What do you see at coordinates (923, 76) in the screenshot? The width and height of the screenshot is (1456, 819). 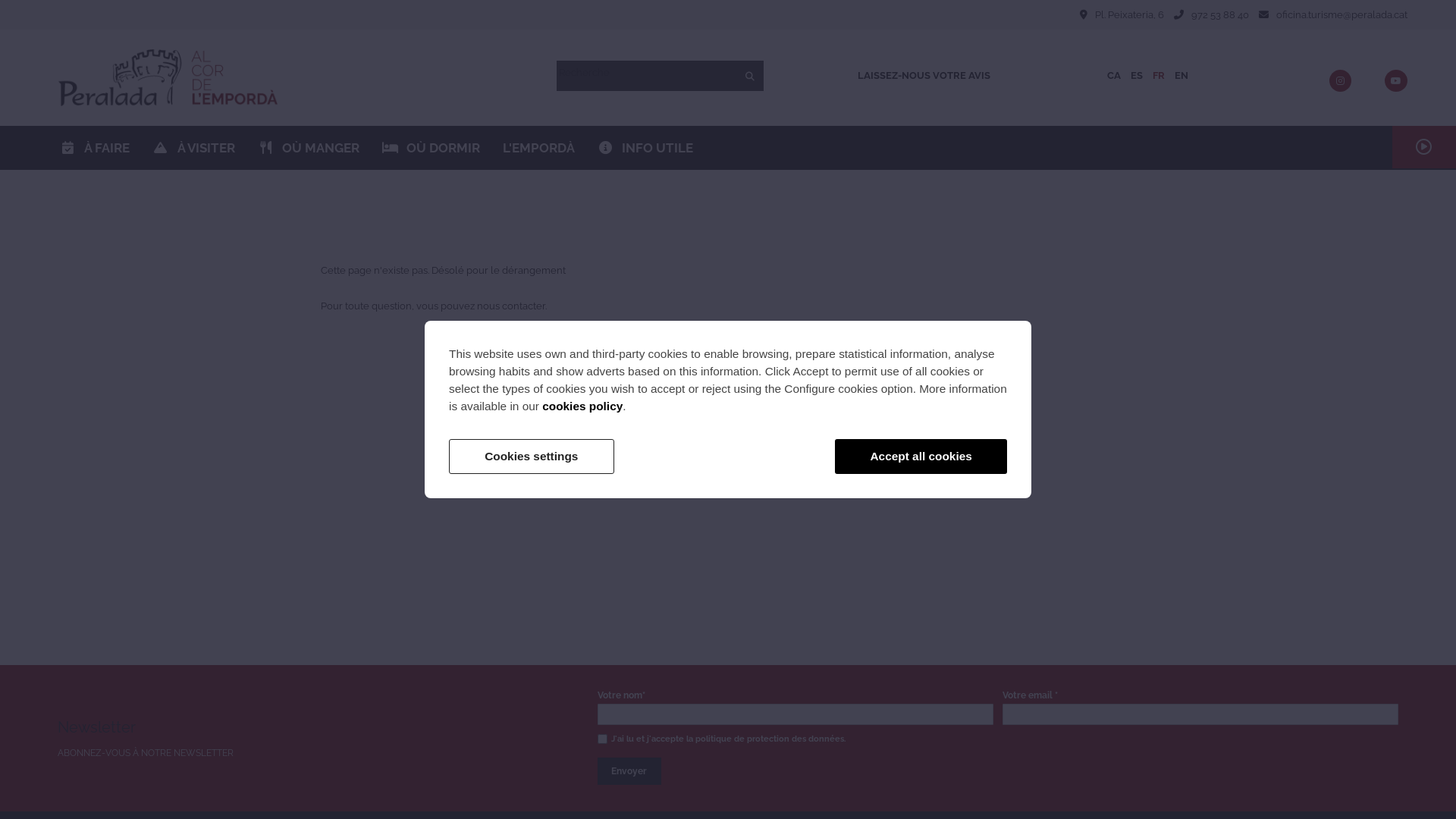 I see `'LAISSEZ-NOUS VOTRE AVIS'` at bounding box center [923, 76].